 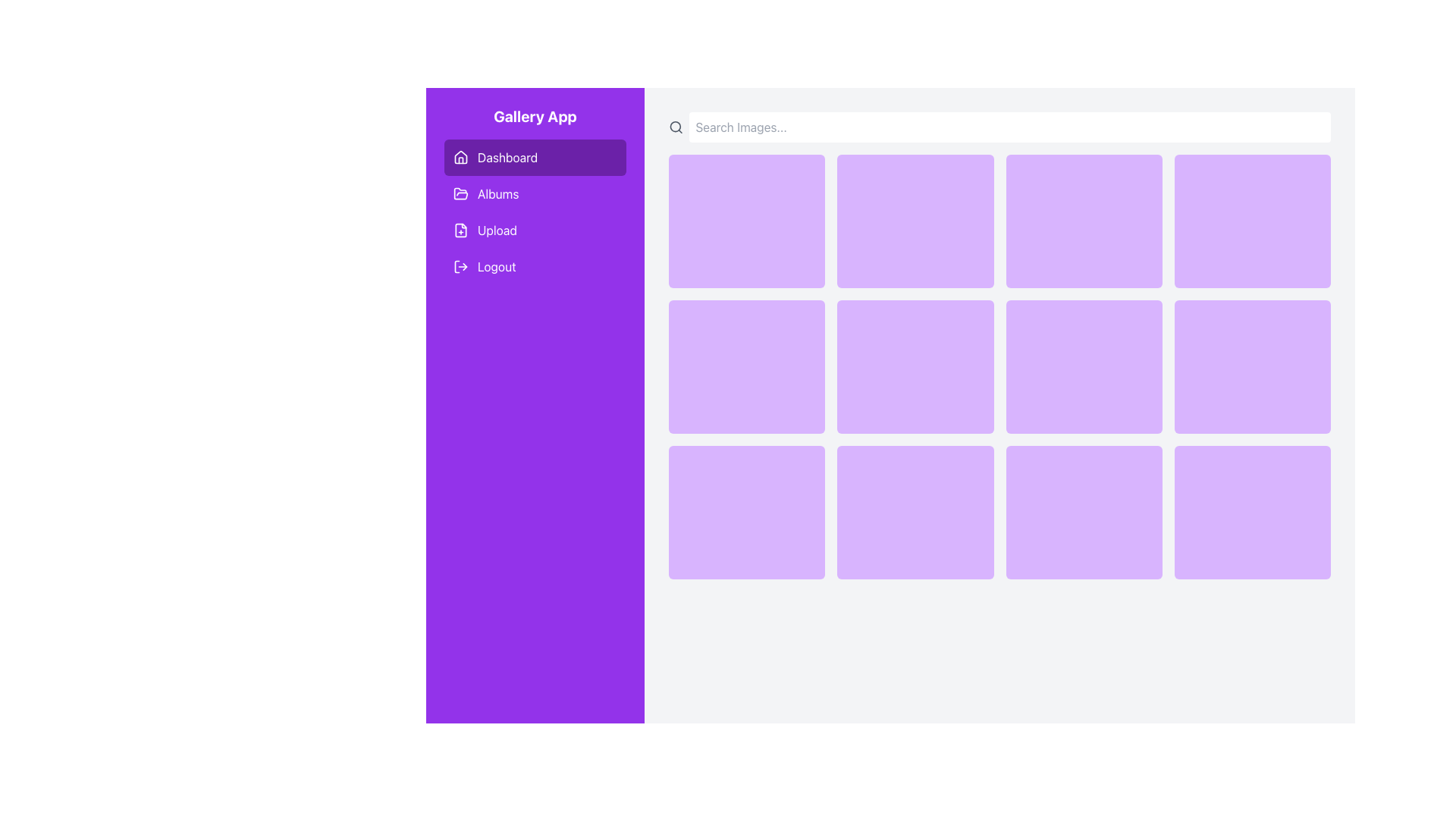 I want to click on the 'Logout' button located in the left-side purple navigation panel to logout from the current session, so click(x=460, y=265).